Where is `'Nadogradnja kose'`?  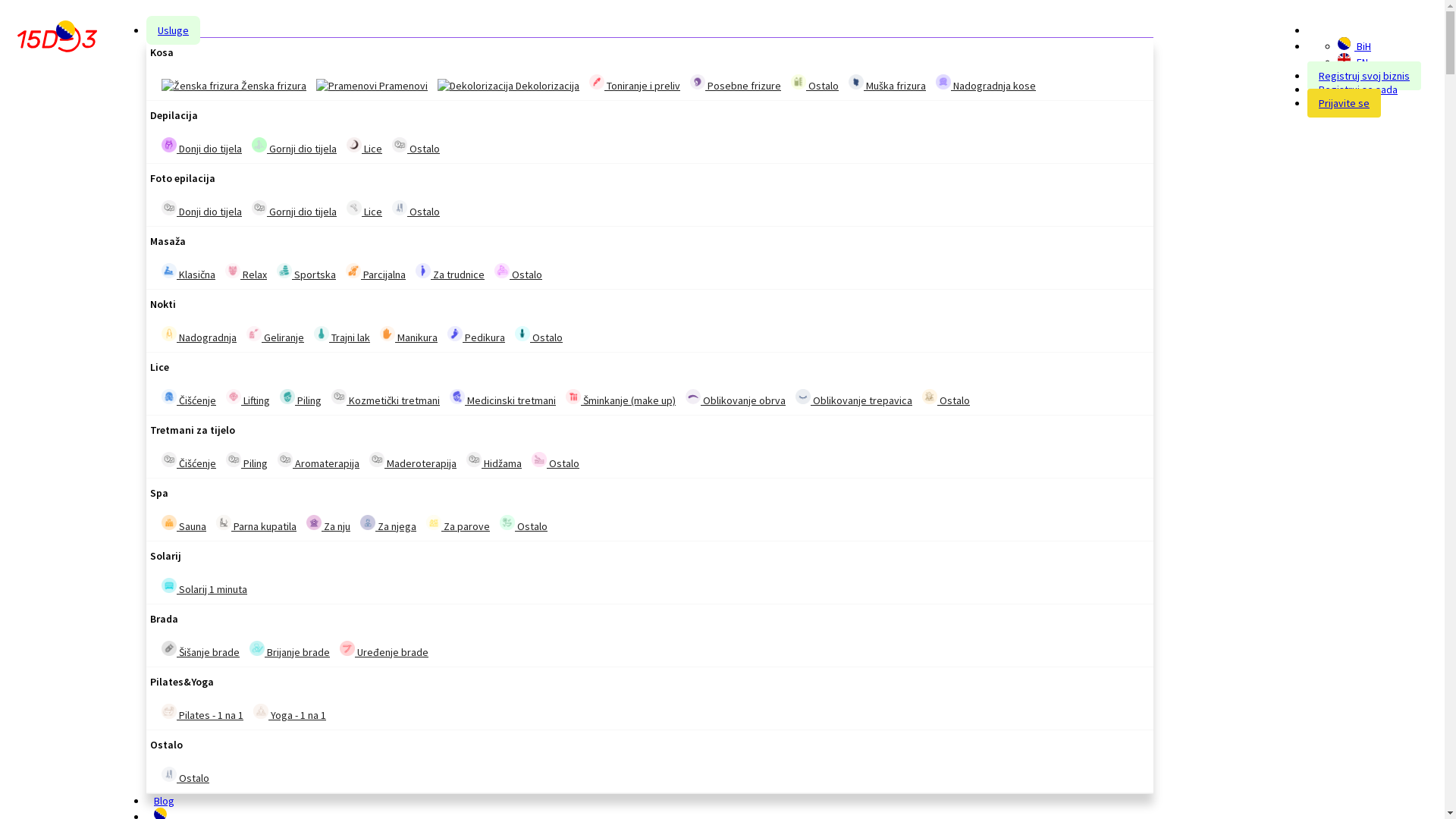
'Nadogradnja kose' is located at coordinates (942, 82).